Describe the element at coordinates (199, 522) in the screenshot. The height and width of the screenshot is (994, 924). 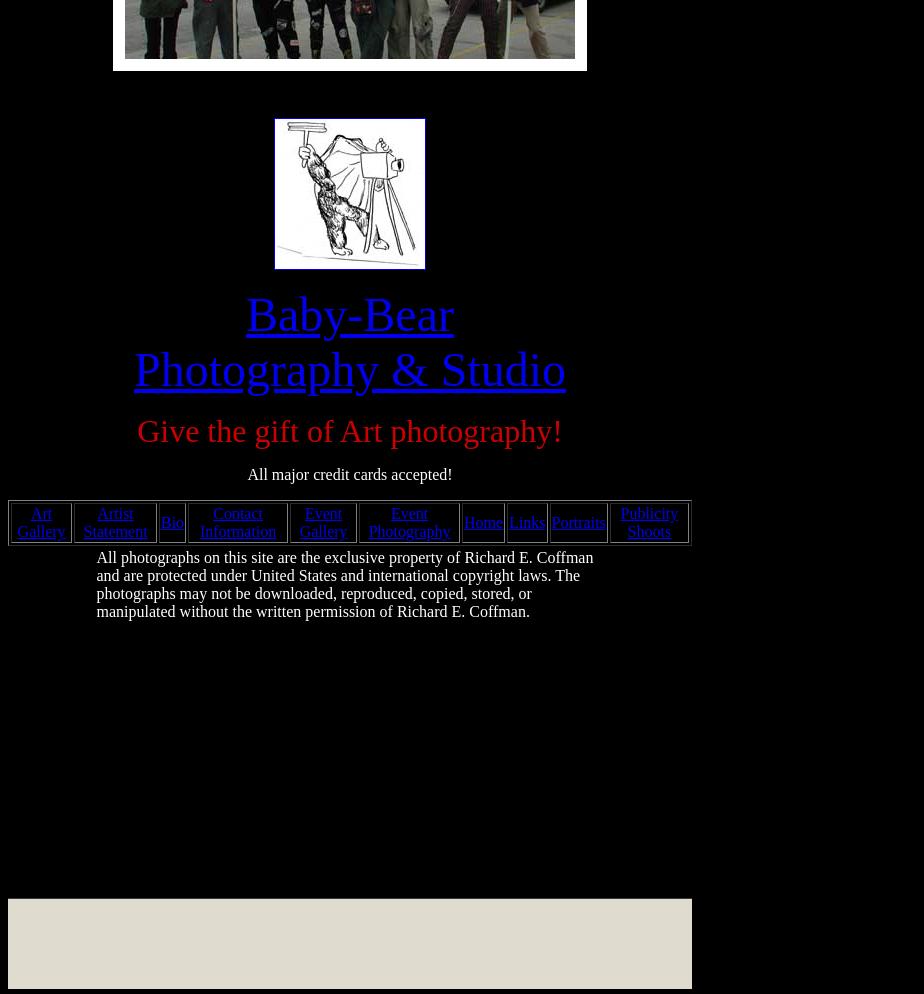
I see `'Contact Information'` at that location.